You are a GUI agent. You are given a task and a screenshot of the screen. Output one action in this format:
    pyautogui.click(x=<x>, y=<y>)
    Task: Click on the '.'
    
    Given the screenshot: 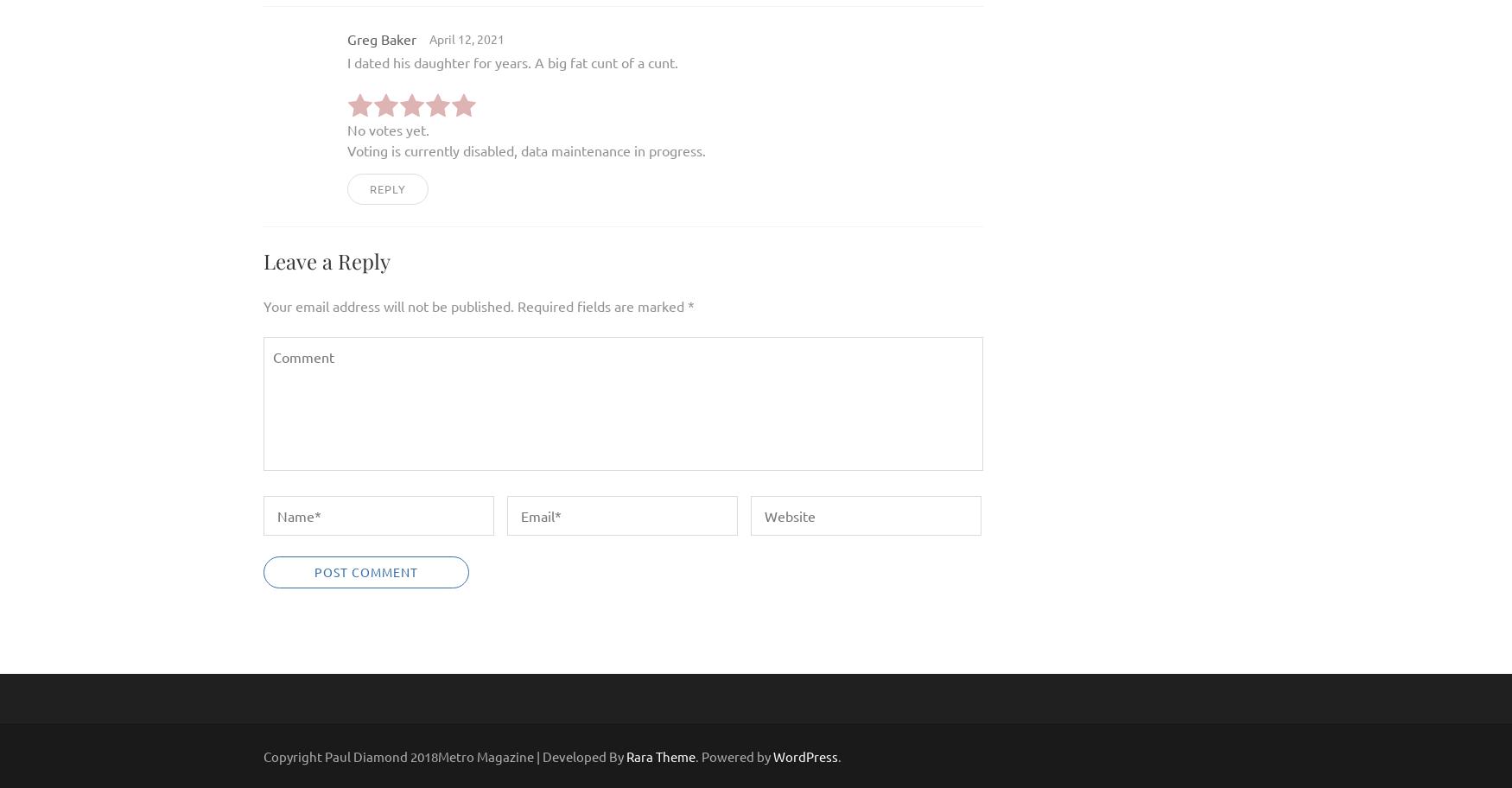 What is the action you would take?
    pyautogui.click(x=839, y=755)
    